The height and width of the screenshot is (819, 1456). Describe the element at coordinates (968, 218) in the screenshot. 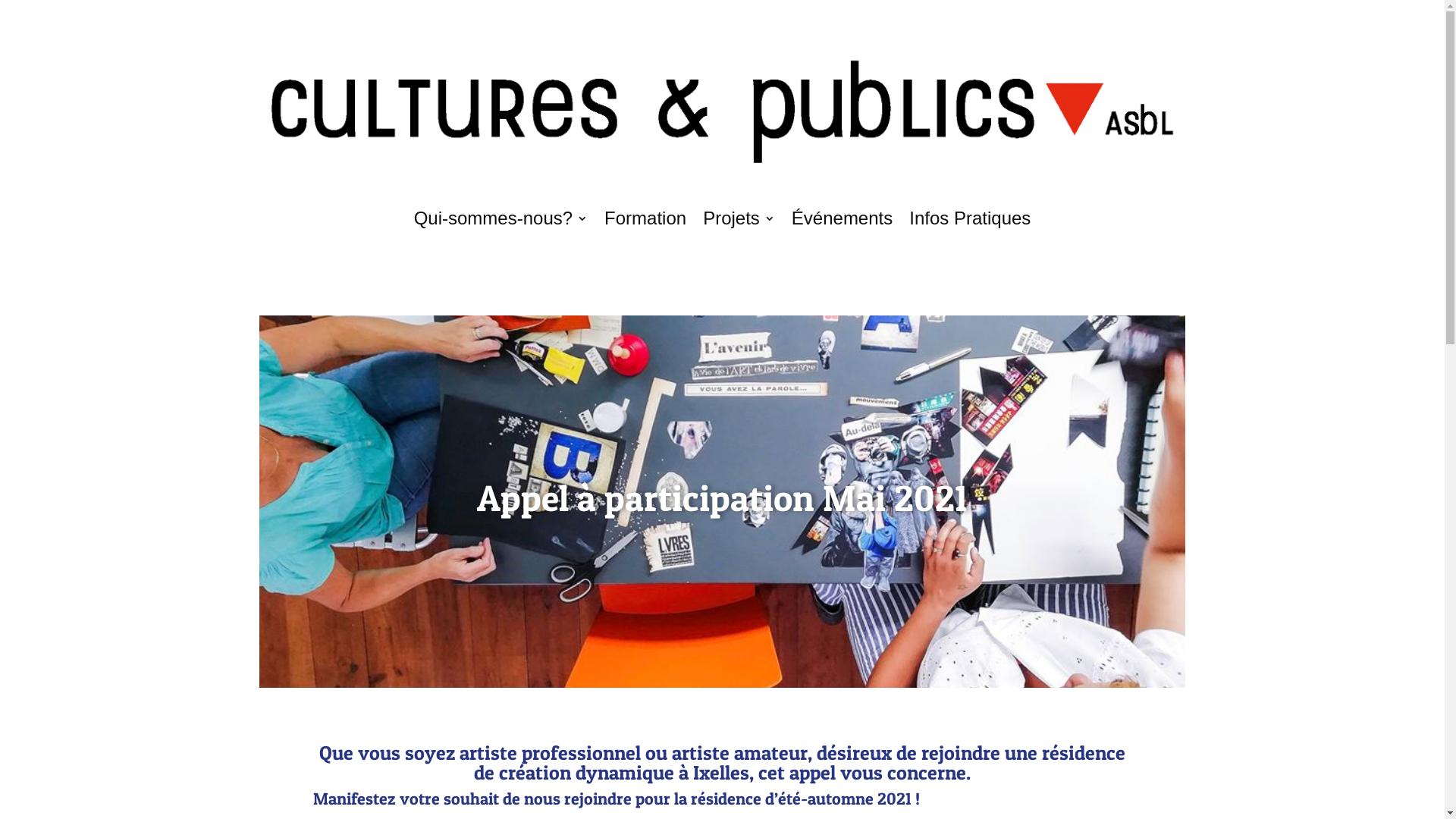

I see `'Infos Pratiques'` at that location.